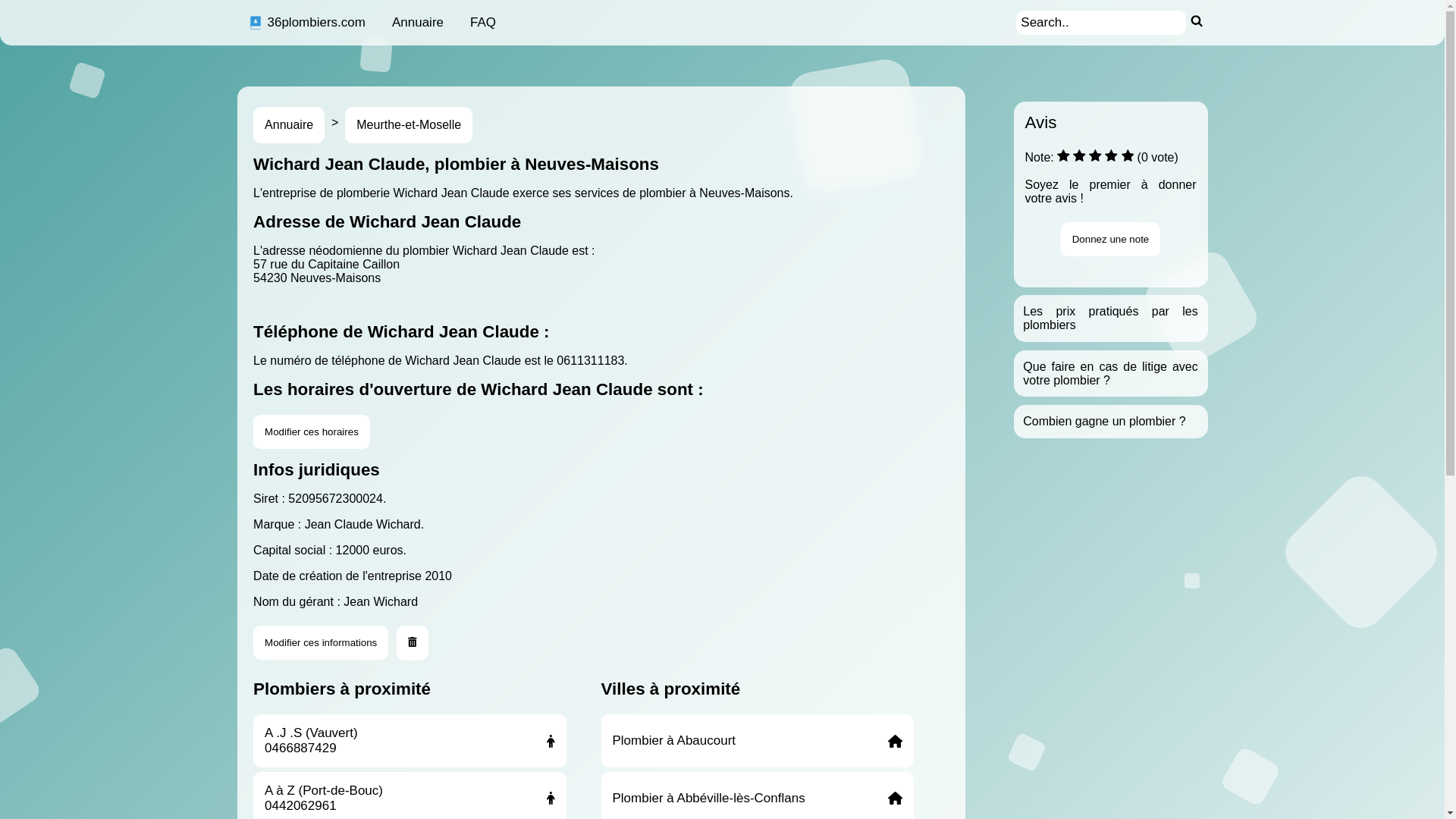  What do you see at coordinates (408, 124) in the screenshot?
I see `'Meurthe-et-Moselle'` at bounding box center [408, 124].